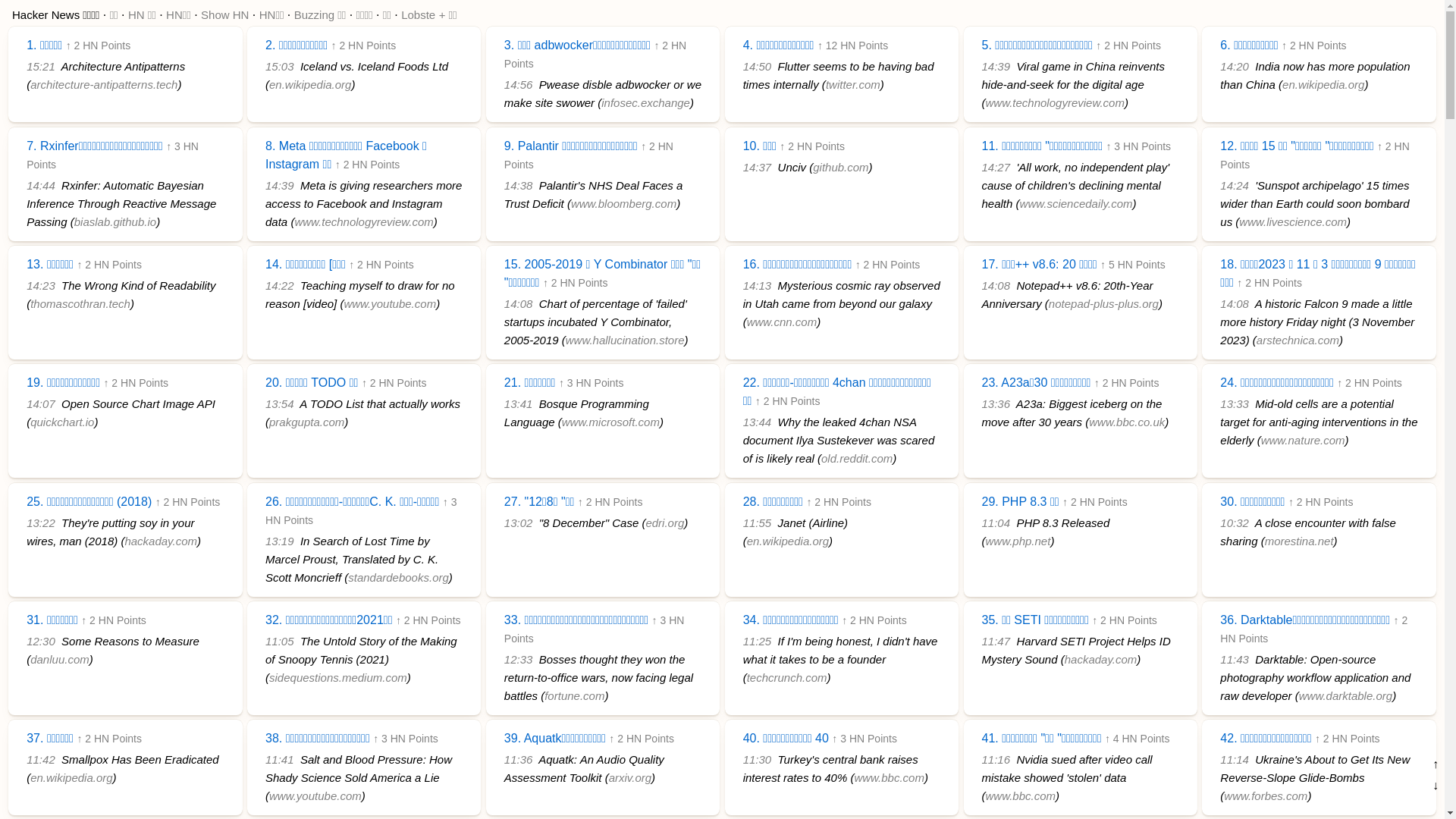 This screenshot has width=1456, height=819. Describe the element at coordinates (59, 658) in the screenshot. I see `'danluu.com'` at that location.